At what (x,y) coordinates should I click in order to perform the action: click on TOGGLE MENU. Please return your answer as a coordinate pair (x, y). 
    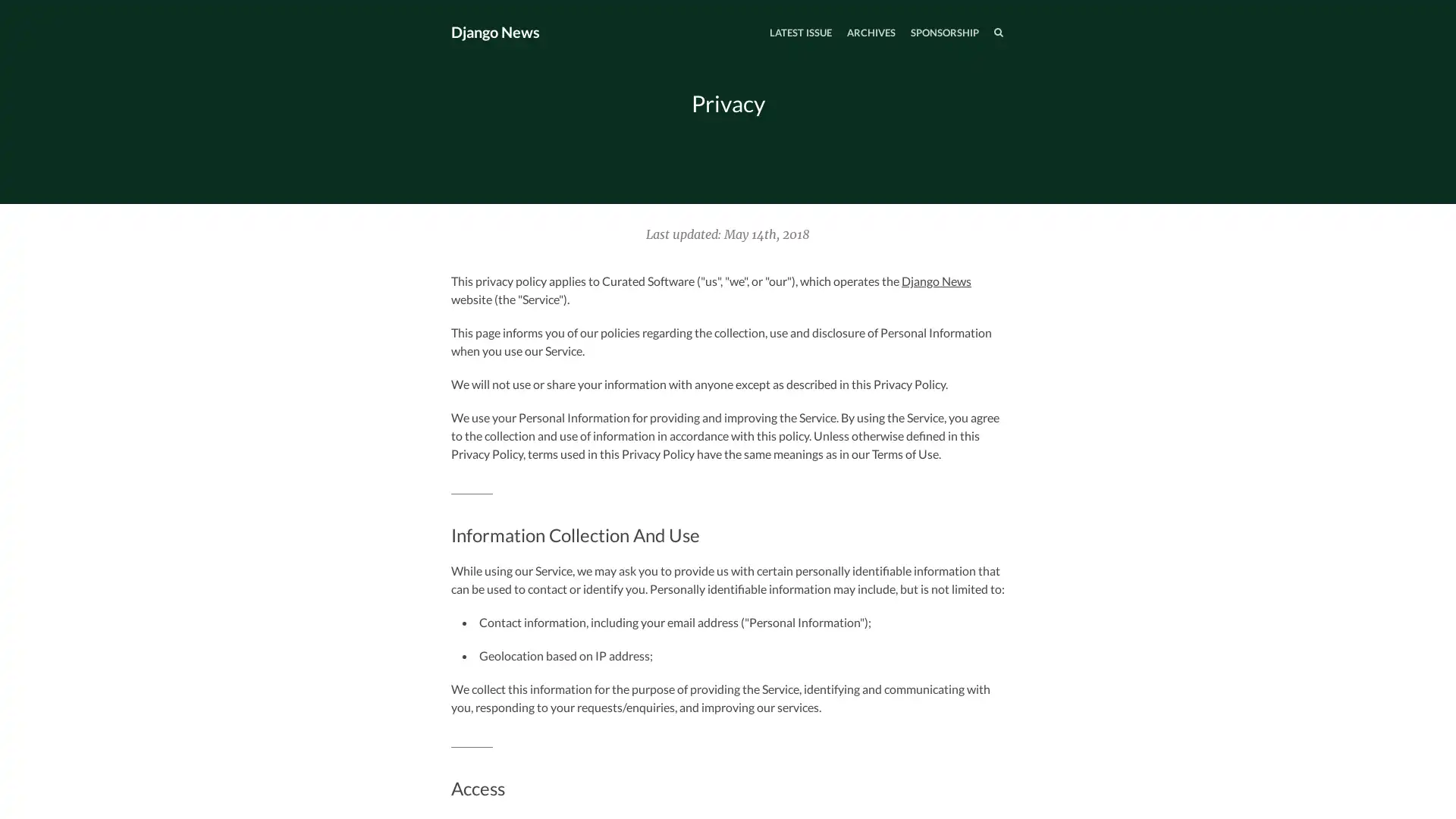
    Looking at the image, I should click on (453, 3).